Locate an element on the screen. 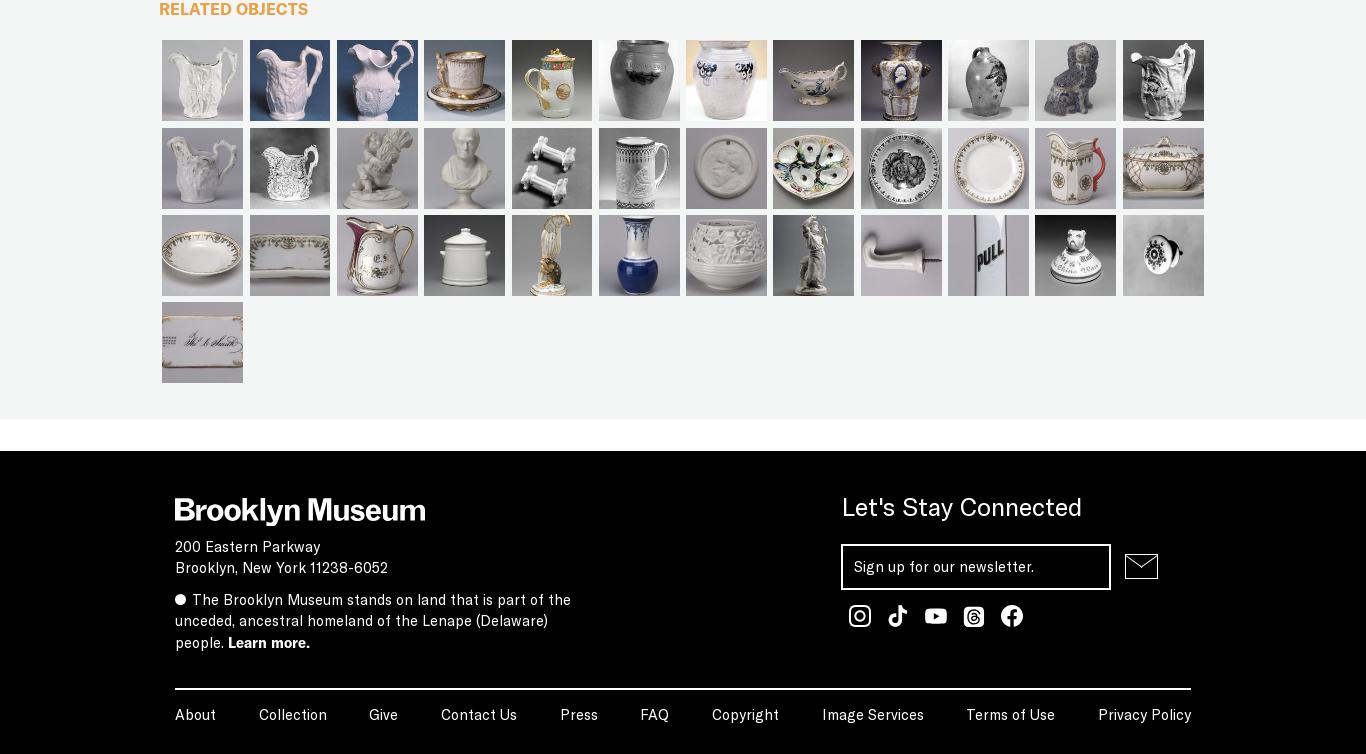 The height and width of the screenshot is (754, 1366). 'Image Services' is located at coordinates (871, 712).